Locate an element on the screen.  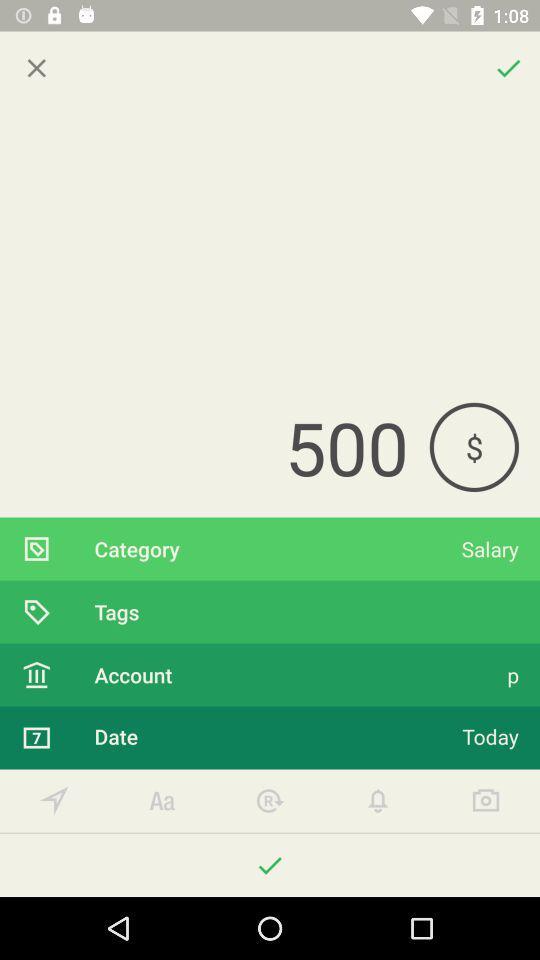
icon to the right of the 500 is located at coordinates (473, 447).